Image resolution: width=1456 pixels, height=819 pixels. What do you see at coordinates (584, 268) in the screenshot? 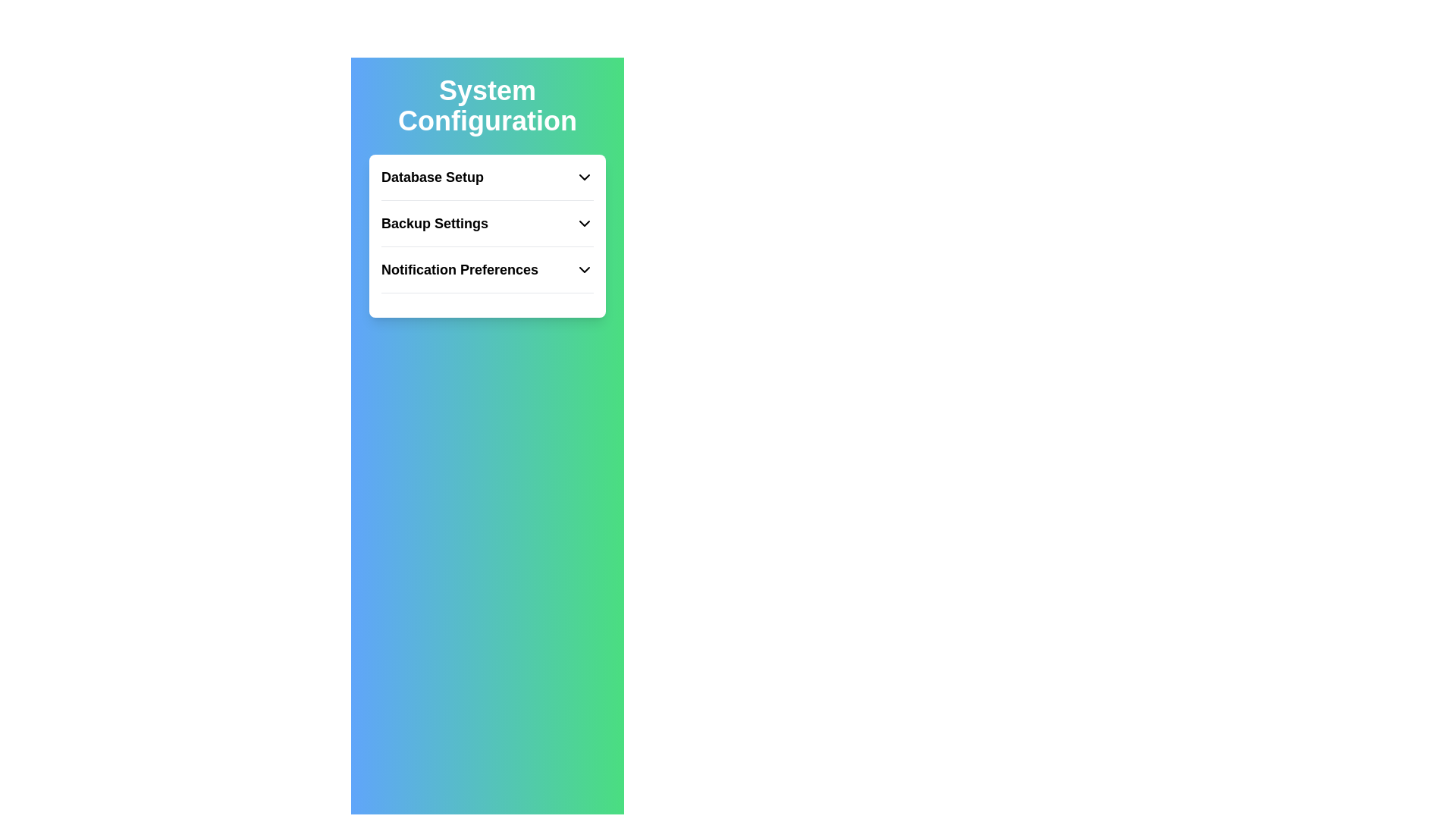
I see `the Chevron icon located in the third row at the far-right side of the 'Notification Preferences' label` at bounding box center [584, 268].